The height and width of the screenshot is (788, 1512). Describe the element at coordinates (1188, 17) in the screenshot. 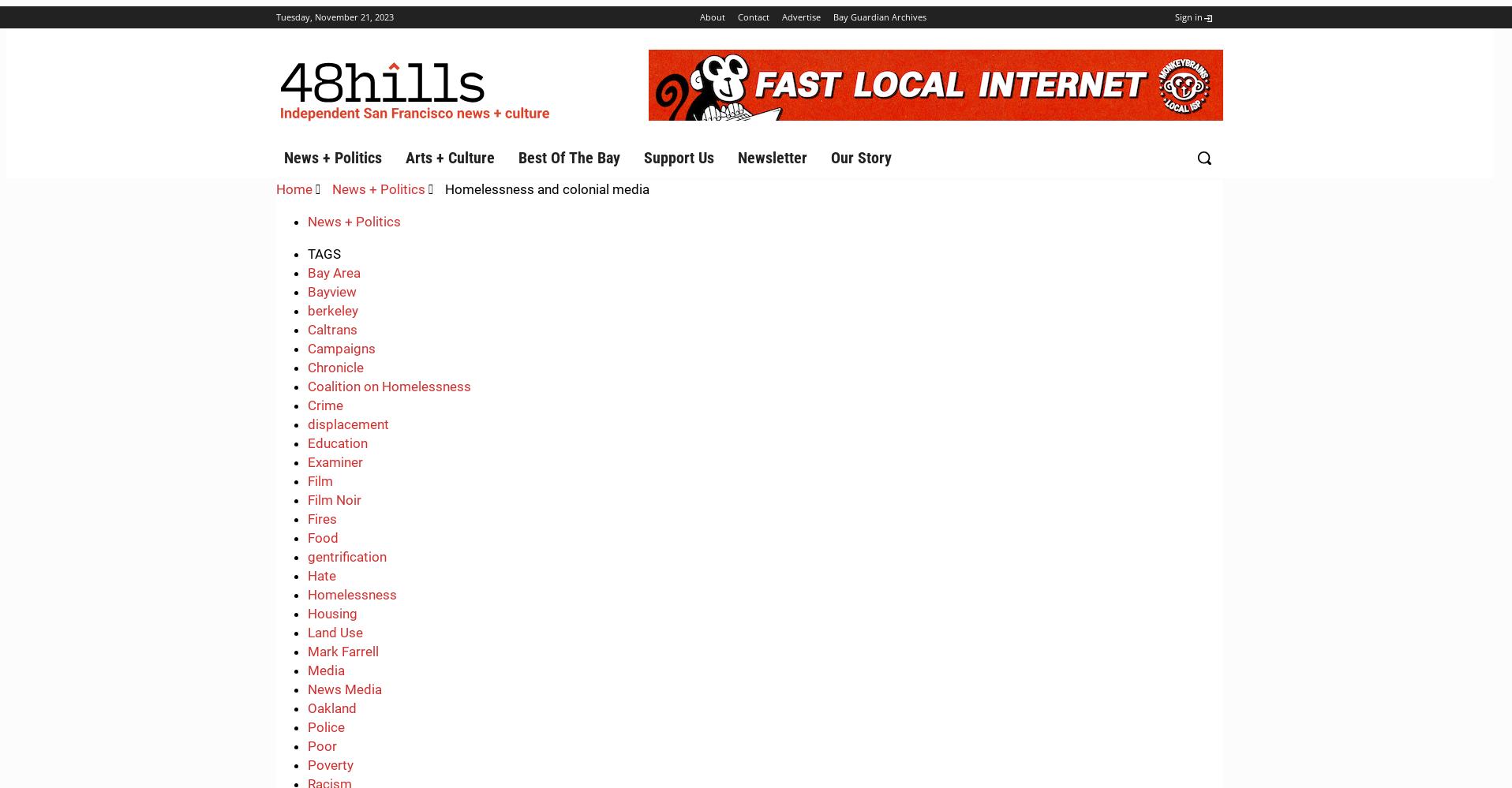

I see `'Sign in'` at that location.